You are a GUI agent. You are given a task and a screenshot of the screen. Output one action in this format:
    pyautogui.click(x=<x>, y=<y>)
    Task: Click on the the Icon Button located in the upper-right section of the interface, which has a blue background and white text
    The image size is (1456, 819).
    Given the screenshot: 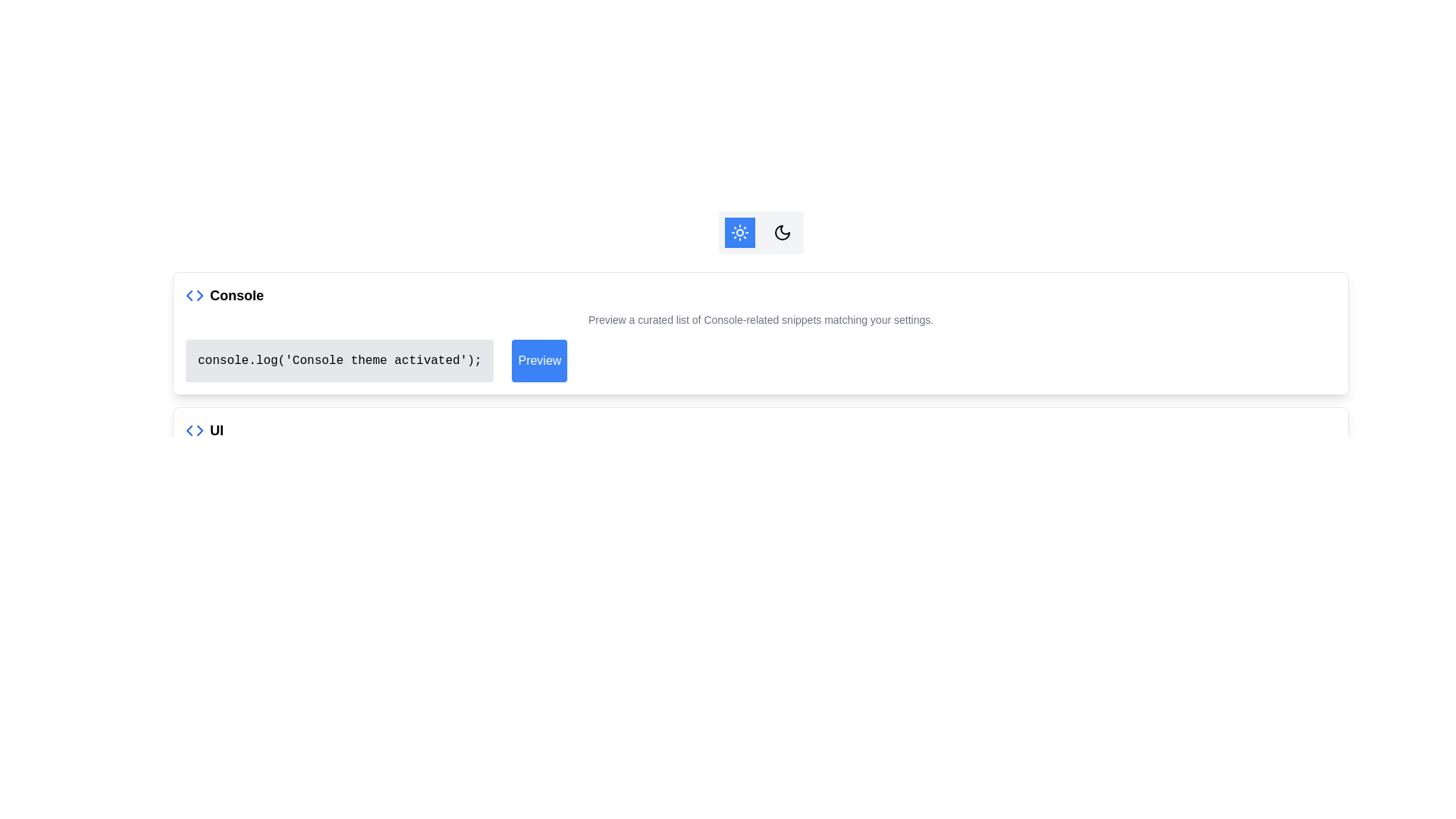 What is the action you would take?
    pyautogui.click(x=739, y=233)
    